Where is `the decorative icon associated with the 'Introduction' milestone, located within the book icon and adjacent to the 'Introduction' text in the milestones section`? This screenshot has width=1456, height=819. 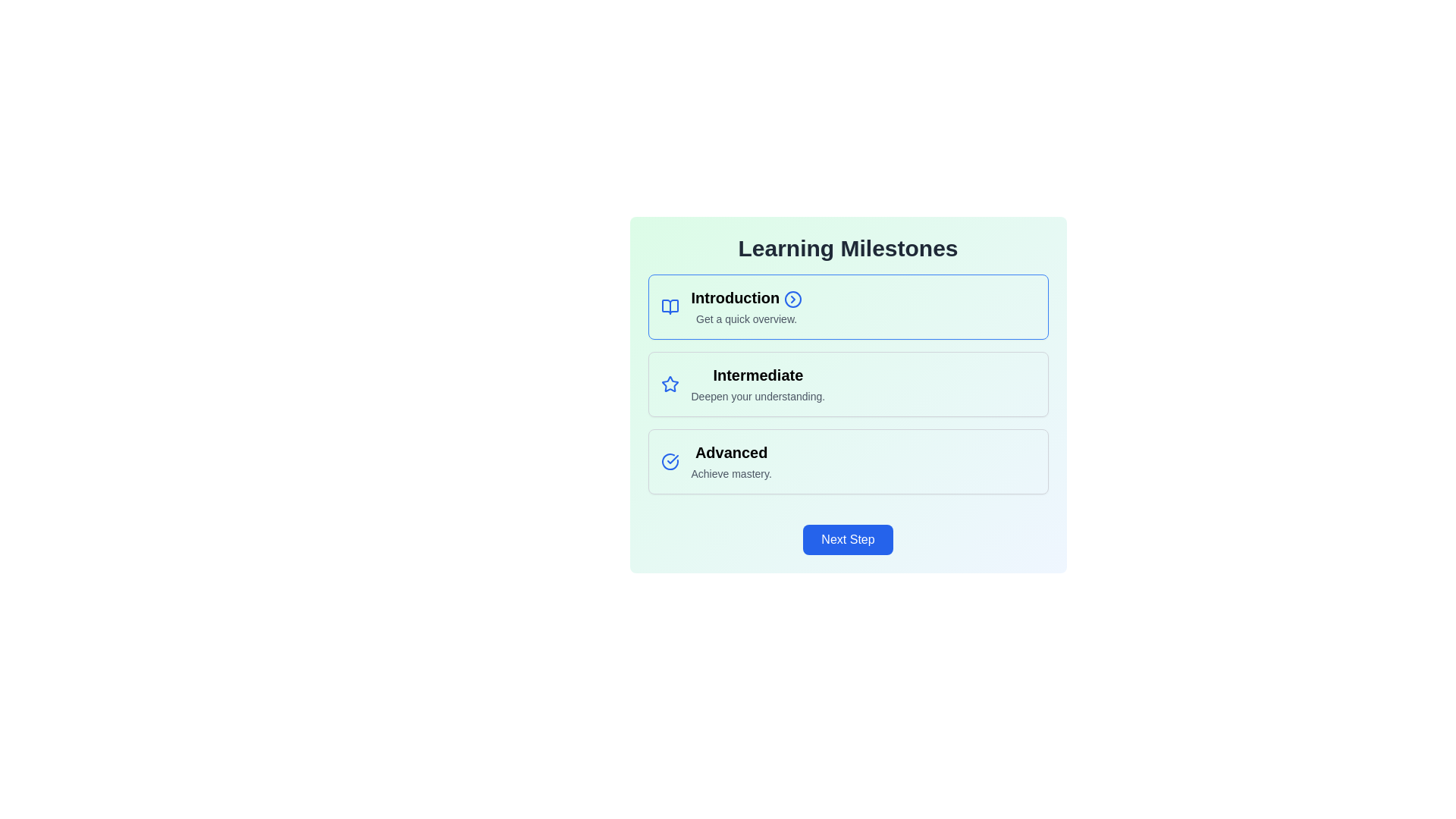 the decorative icon associated with the 'Introduction' milestone, located within the book icon and adjacent to the 'Introduction' text in the milestones section is located at coordinates (669, 307).